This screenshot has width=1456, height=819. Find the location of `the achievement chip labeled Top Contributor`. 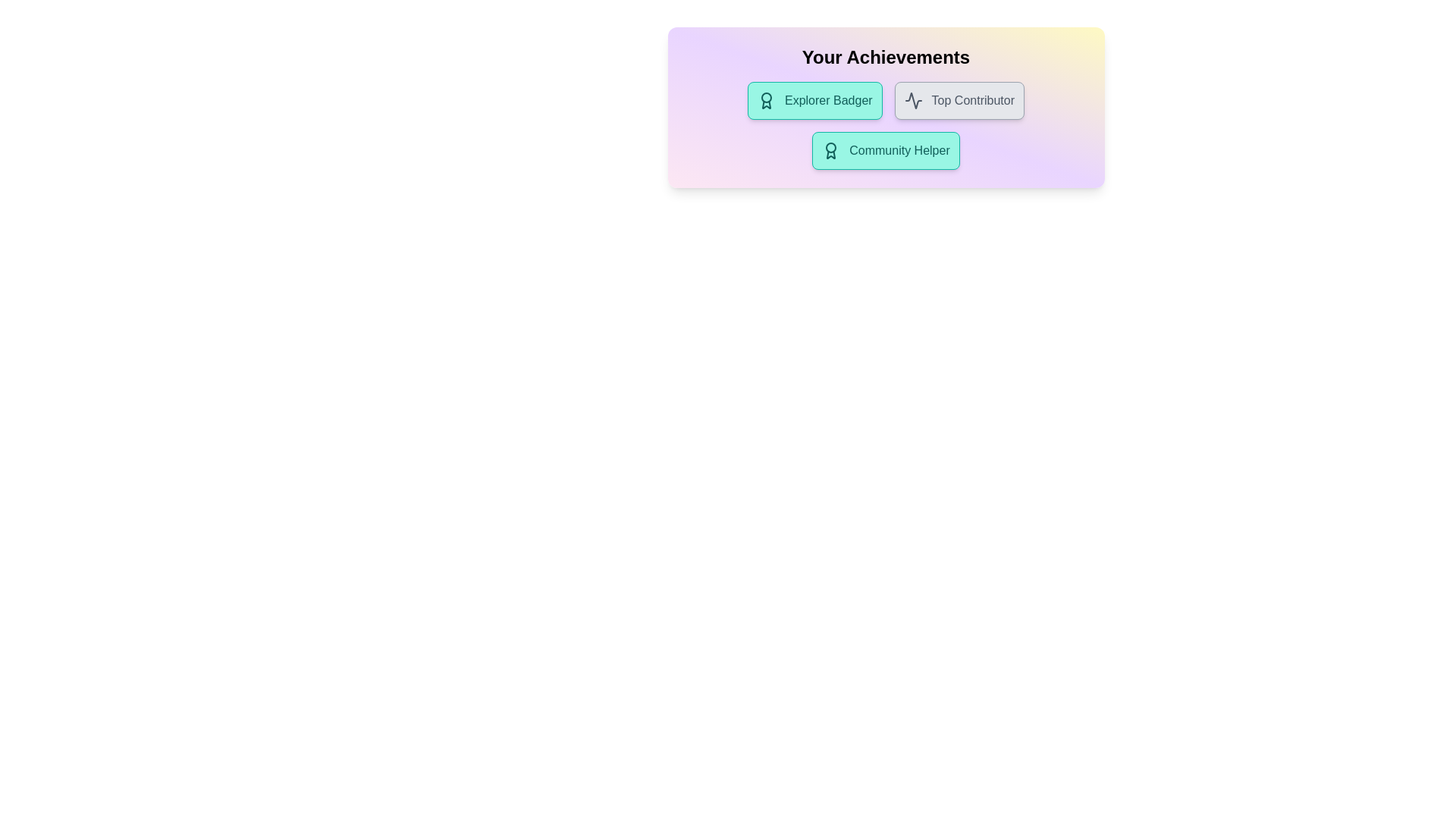

the achievement chip labeled Top Contributor is located at coordinates (959, 100).